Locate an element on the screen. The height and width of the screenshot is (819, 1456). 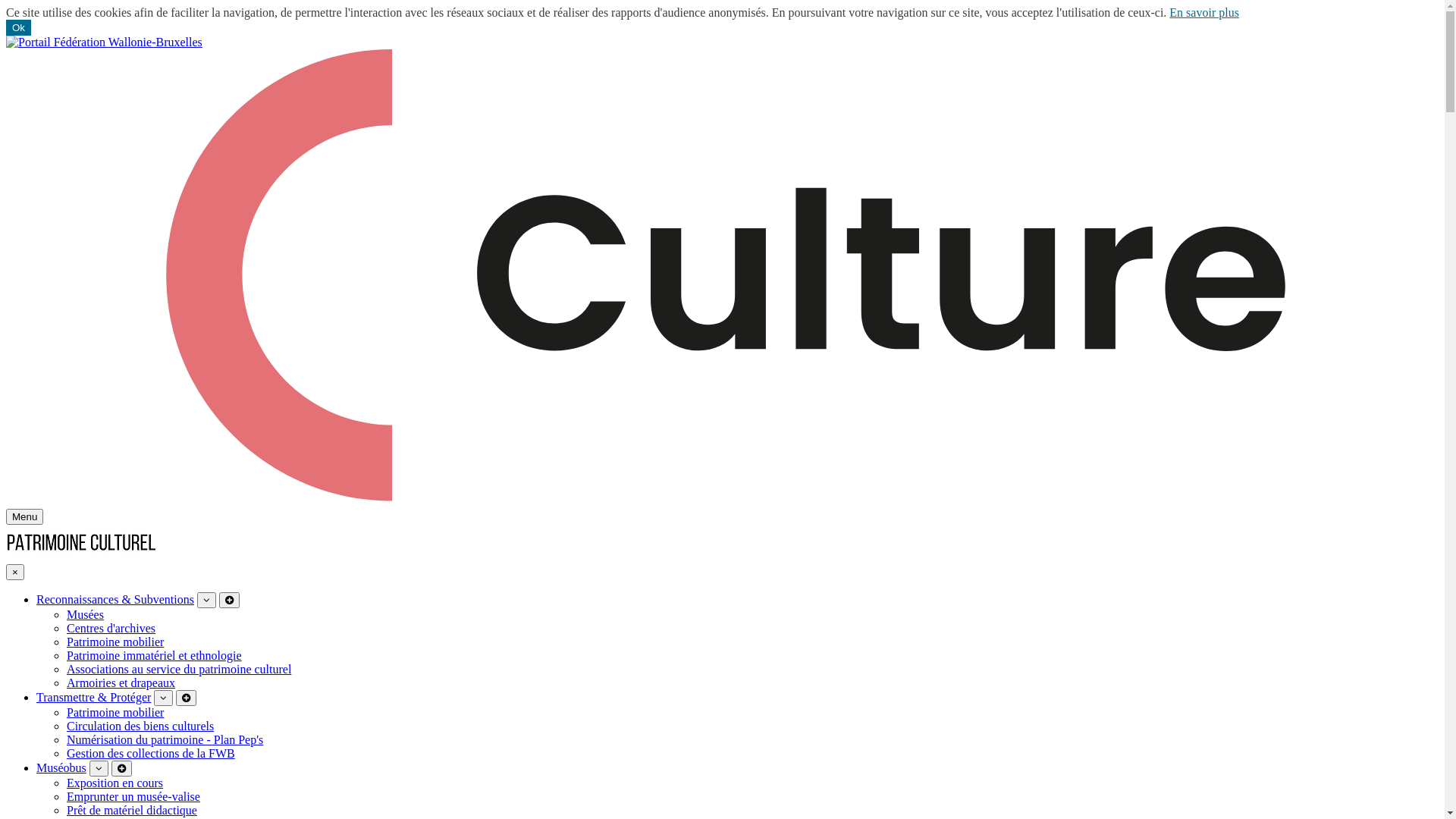
'Reconnaissances & Subventions' is located at coordinates (115, 598).